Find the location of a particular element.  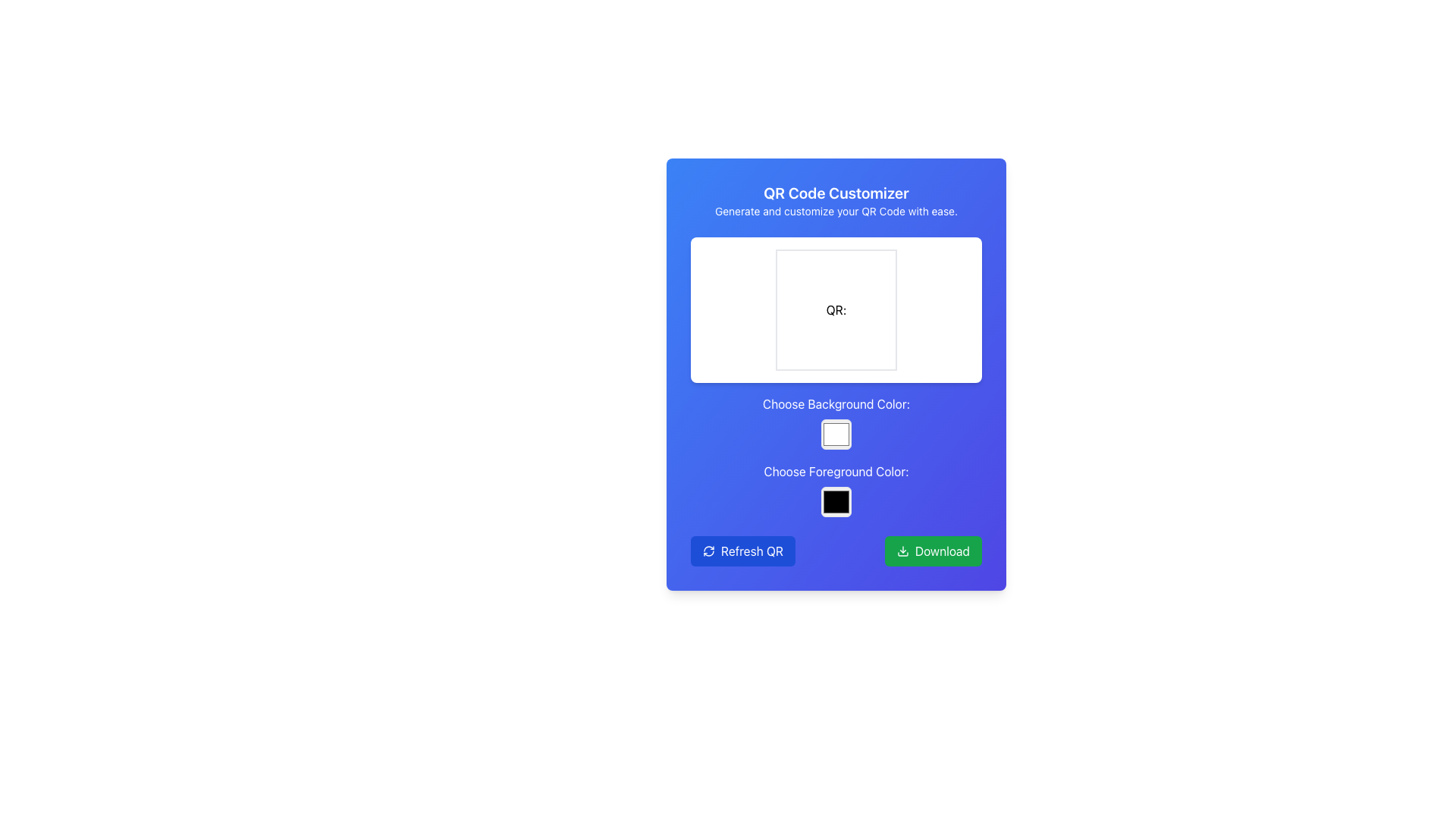

the header Text Label located at the top of the interface, centered horizontally, which presents the title of the application is located at coordinates (836, 192).